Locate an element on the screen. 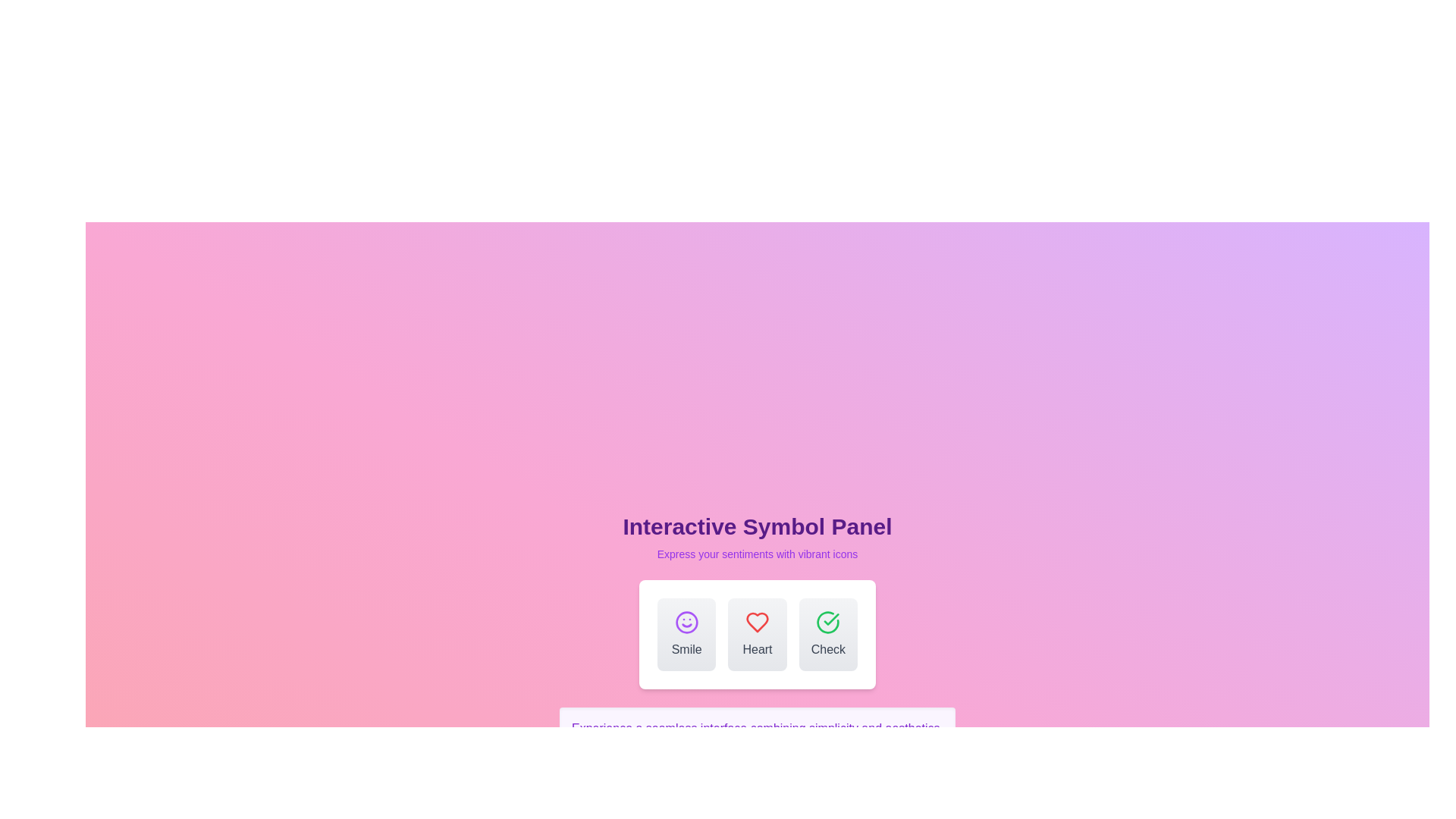  the text label displaying 'Express your sentiments with vibrant icons', which is positioned centrally below the title 'Interactive Symbol Panel' is located at coordinates (757, 554).